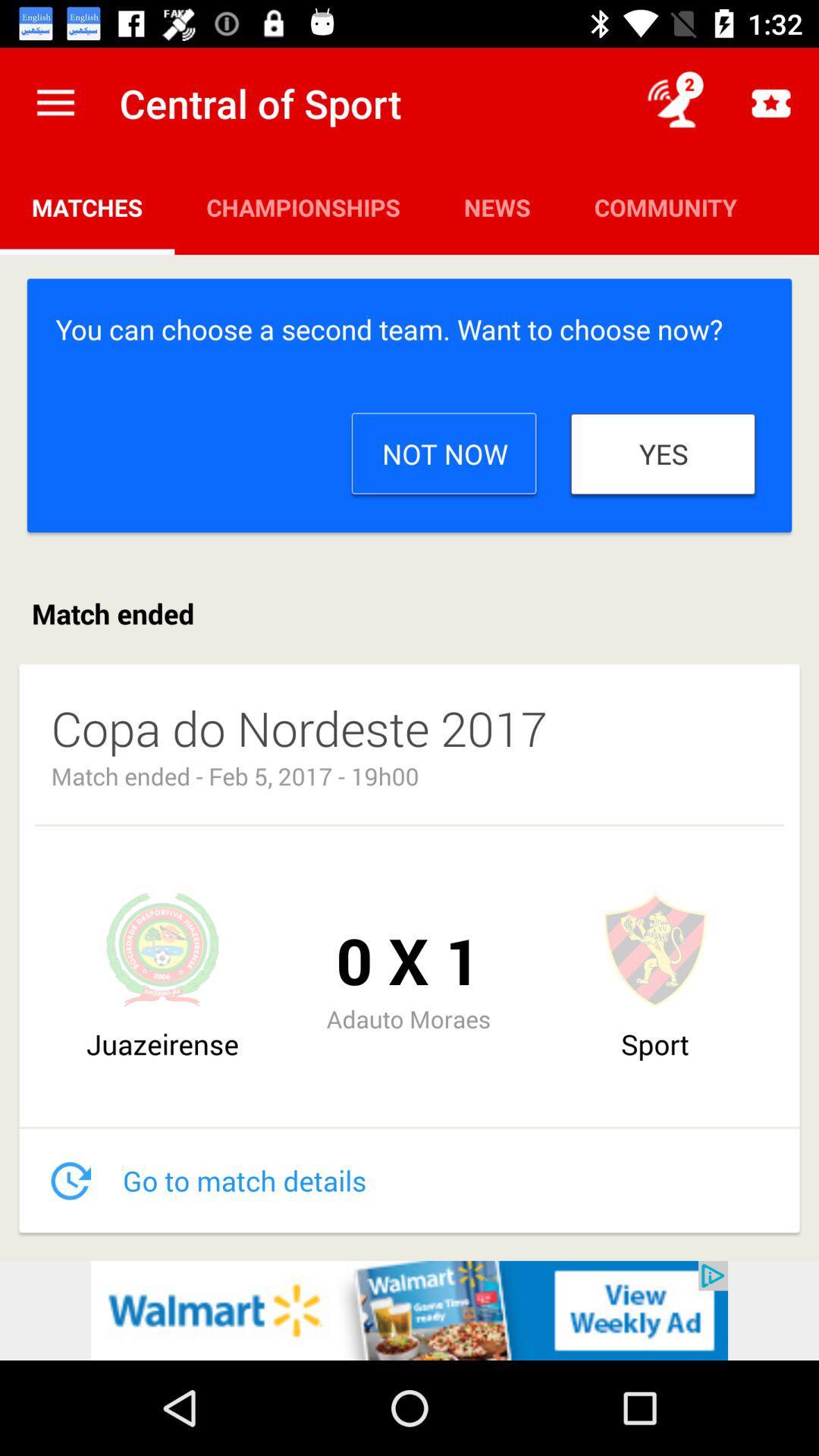  I want to click on advertisements, so click(409, 1310).